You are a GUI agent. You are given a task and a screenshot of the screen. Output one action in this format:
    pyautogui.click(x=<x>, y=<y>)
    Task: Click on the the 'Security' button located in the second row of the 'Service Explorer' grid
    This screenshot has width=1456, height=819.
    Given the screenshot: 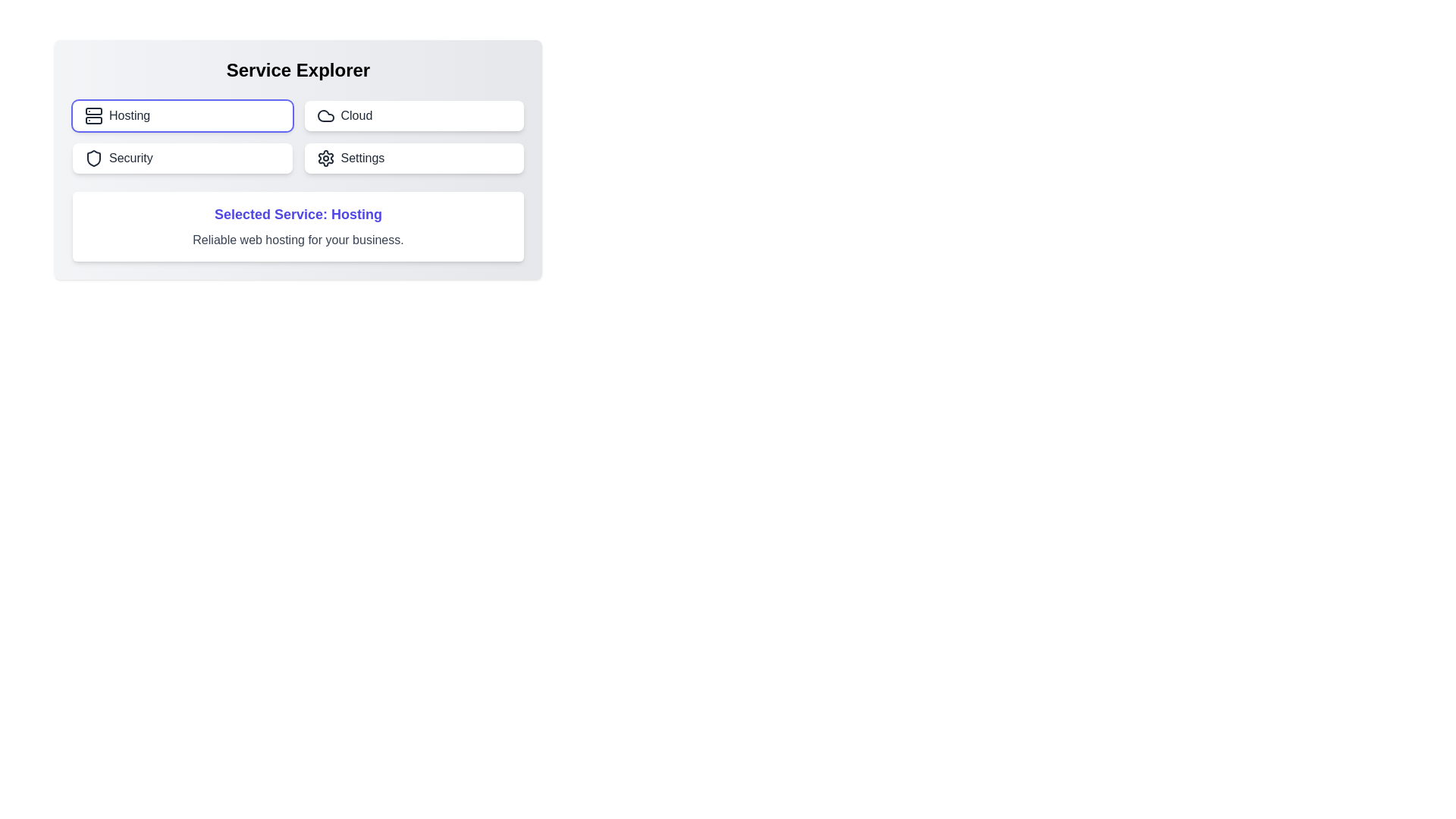 What is the action you would take?
    pyautogui.click(x=182, y=158)
    